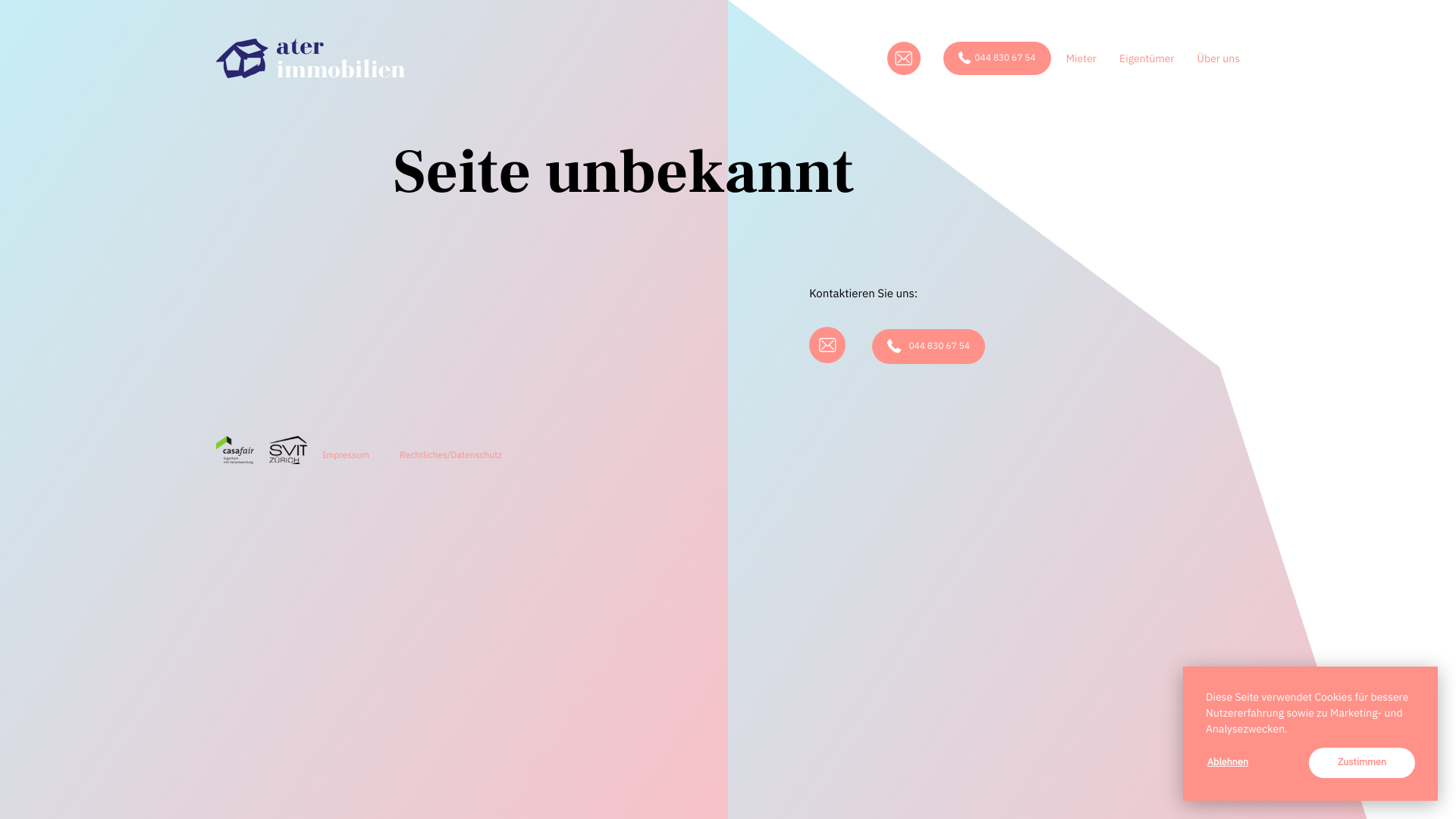  I want to click on 'Rechtliches/Datenschutz', so click(450, 449).